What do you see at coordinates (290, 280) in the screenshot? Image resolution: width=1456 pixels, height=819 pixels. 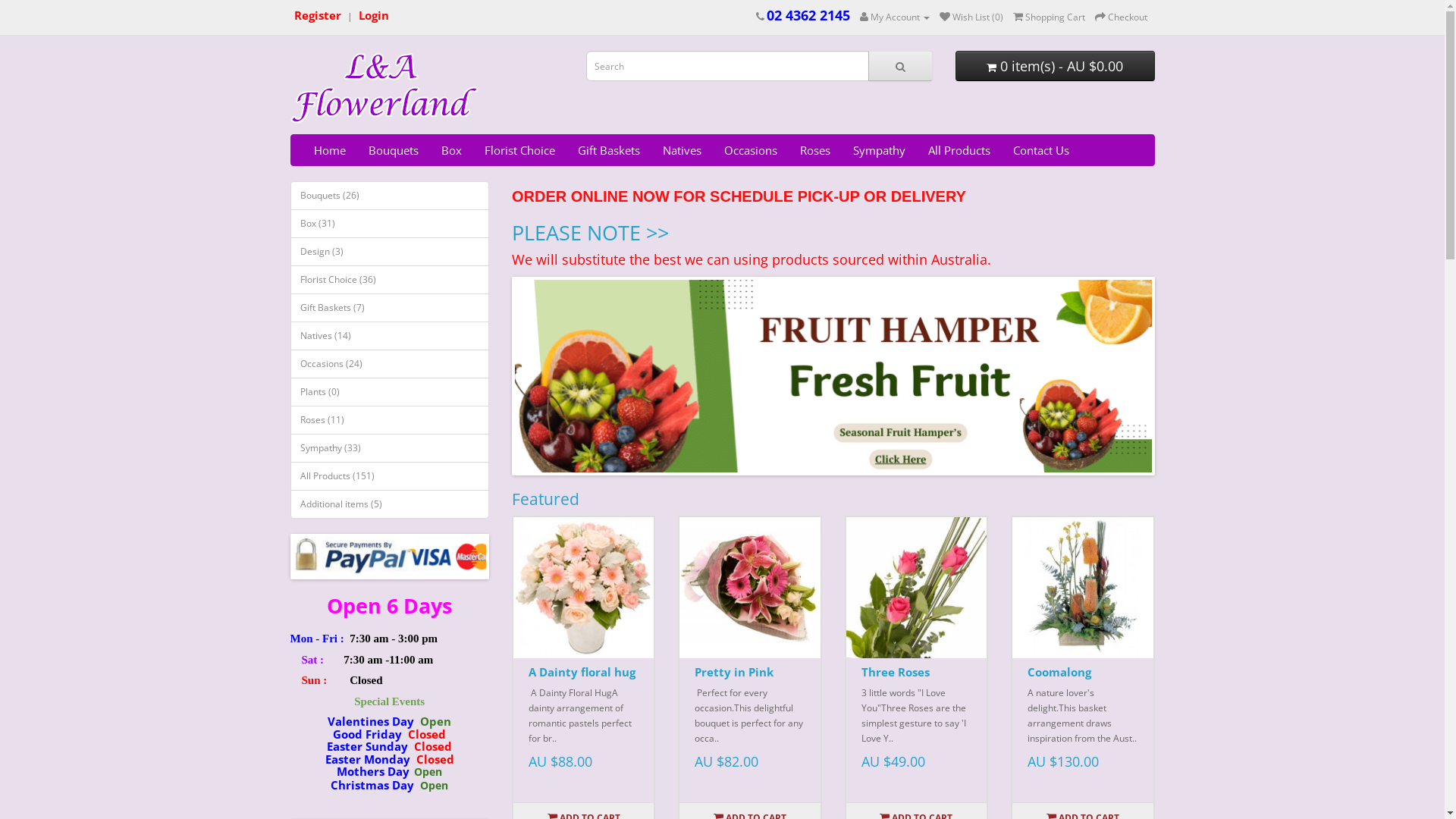 I see `'Florist Choice (36)'` at bounding box center [290, 280].